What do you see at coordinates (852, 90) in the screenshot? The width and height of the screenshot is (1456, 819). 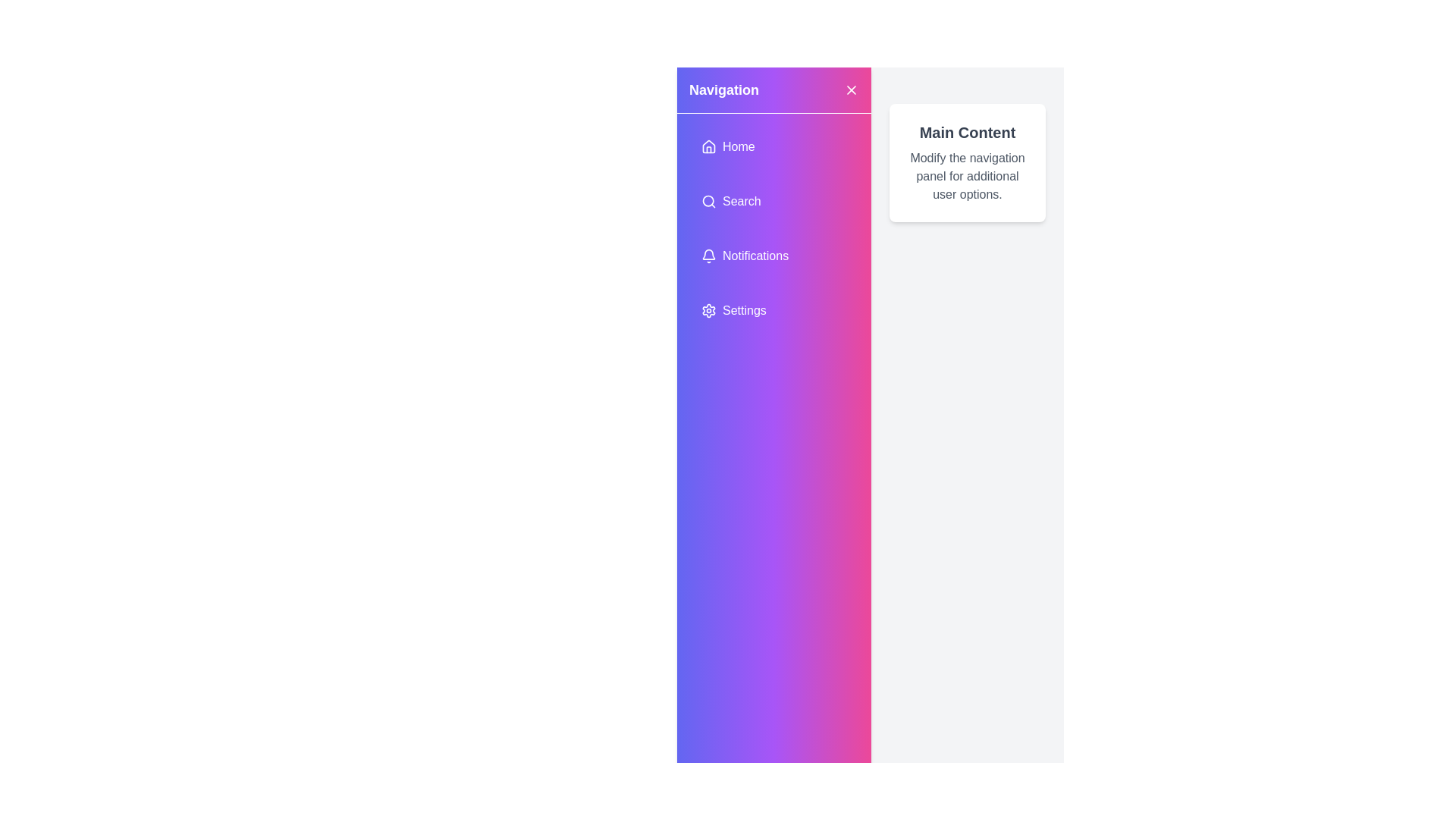 I see `the small button with a white cross icon located in the top-right corner of the navigation panel header to observe its hover state` at bounding box center [852, 90].